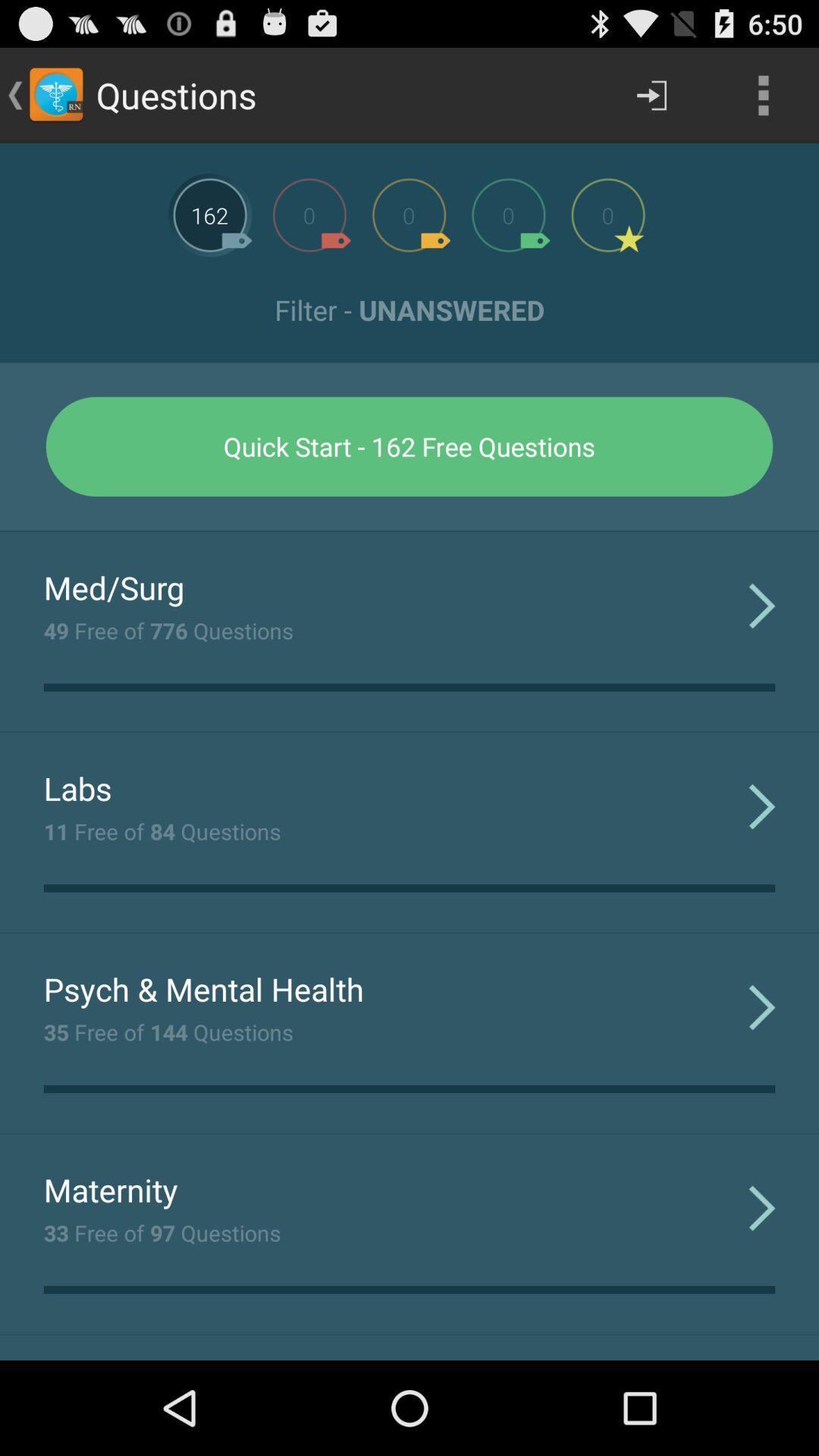 The height and width of the screenshot is (1456, 819). I want to click on quick start 162, so click(409, 446).